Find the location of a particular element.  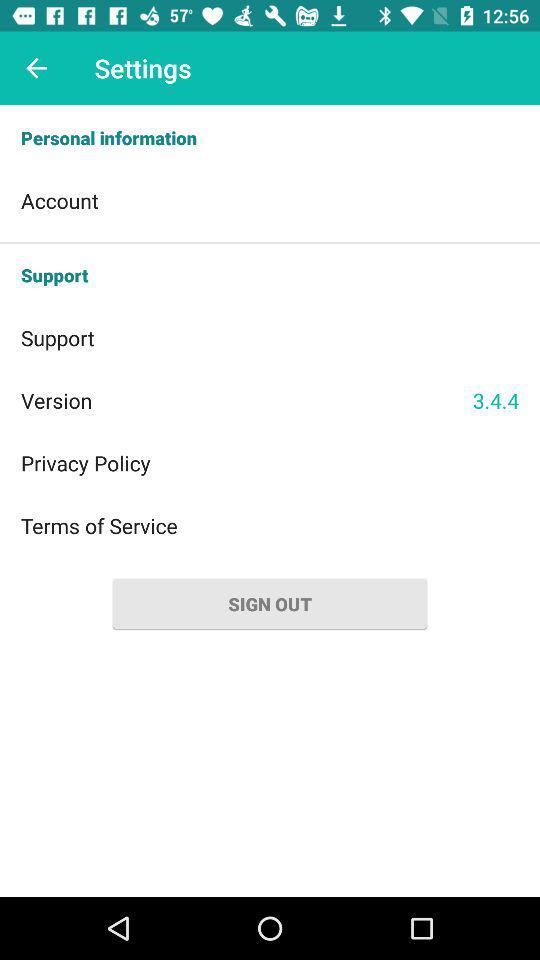

icon next to the version item is located at coordinates (494, 399).